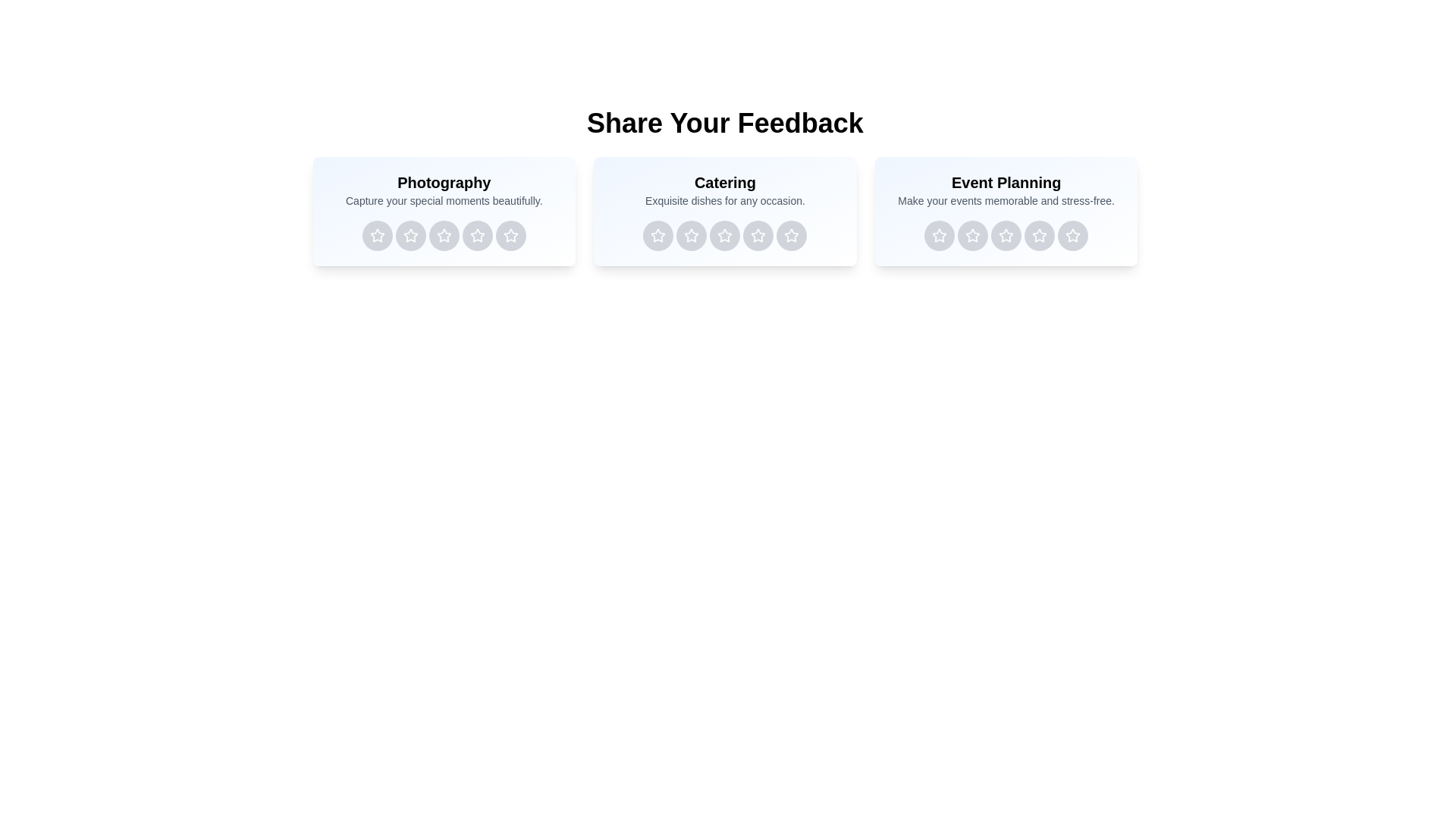  Describe the element at coordinates (723, 236) in the screenshot. I see `the rating button for Catering service with 3 stars` at that location.